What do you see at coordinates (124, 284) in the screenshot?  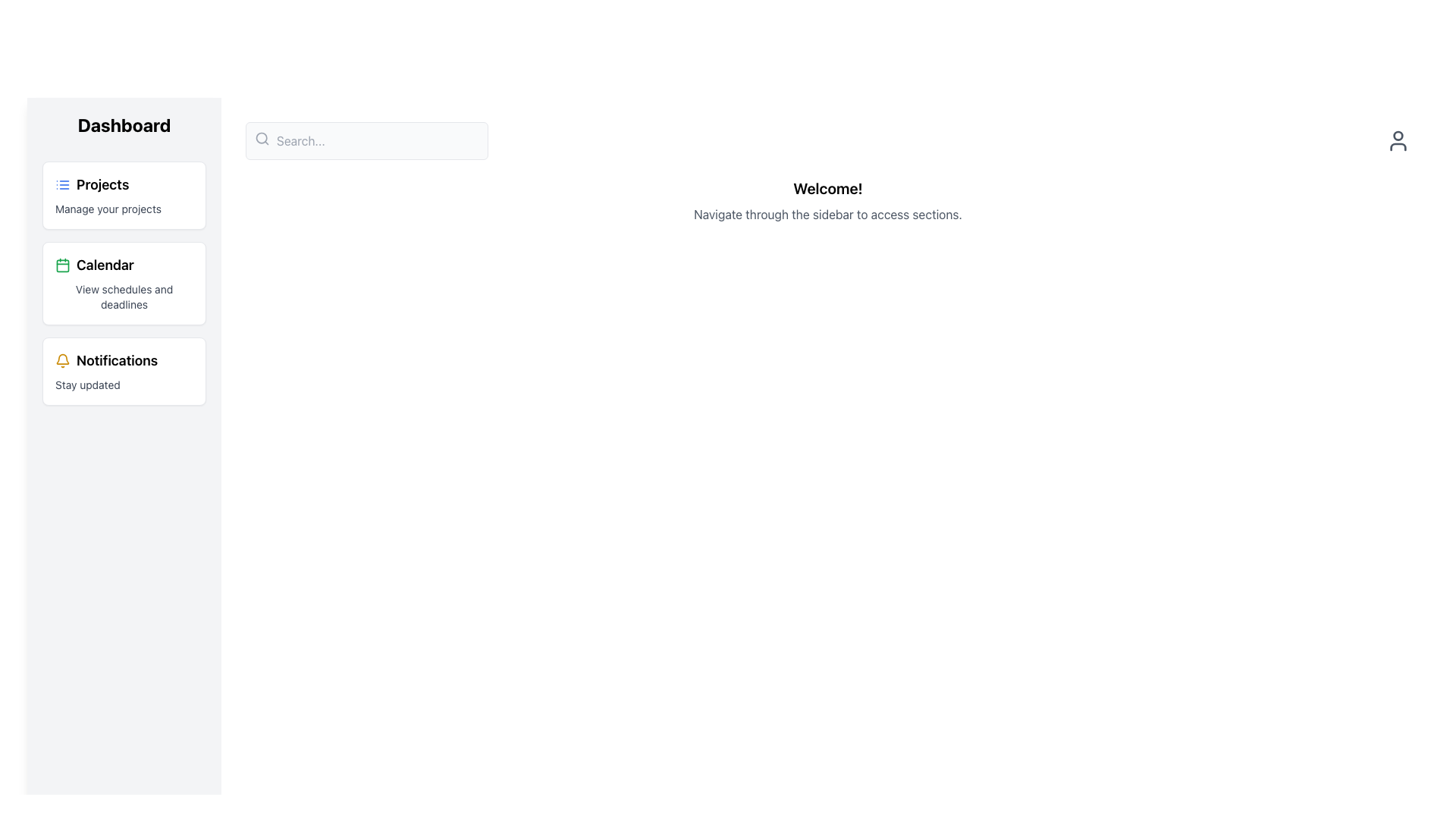 I see `the Calendar button located in the left sidebar of the interface, which features a green calendar icon and the text 'Calendar' in bold, followed by 'View schedules and deadlines'` at bounding box center [124, 284].